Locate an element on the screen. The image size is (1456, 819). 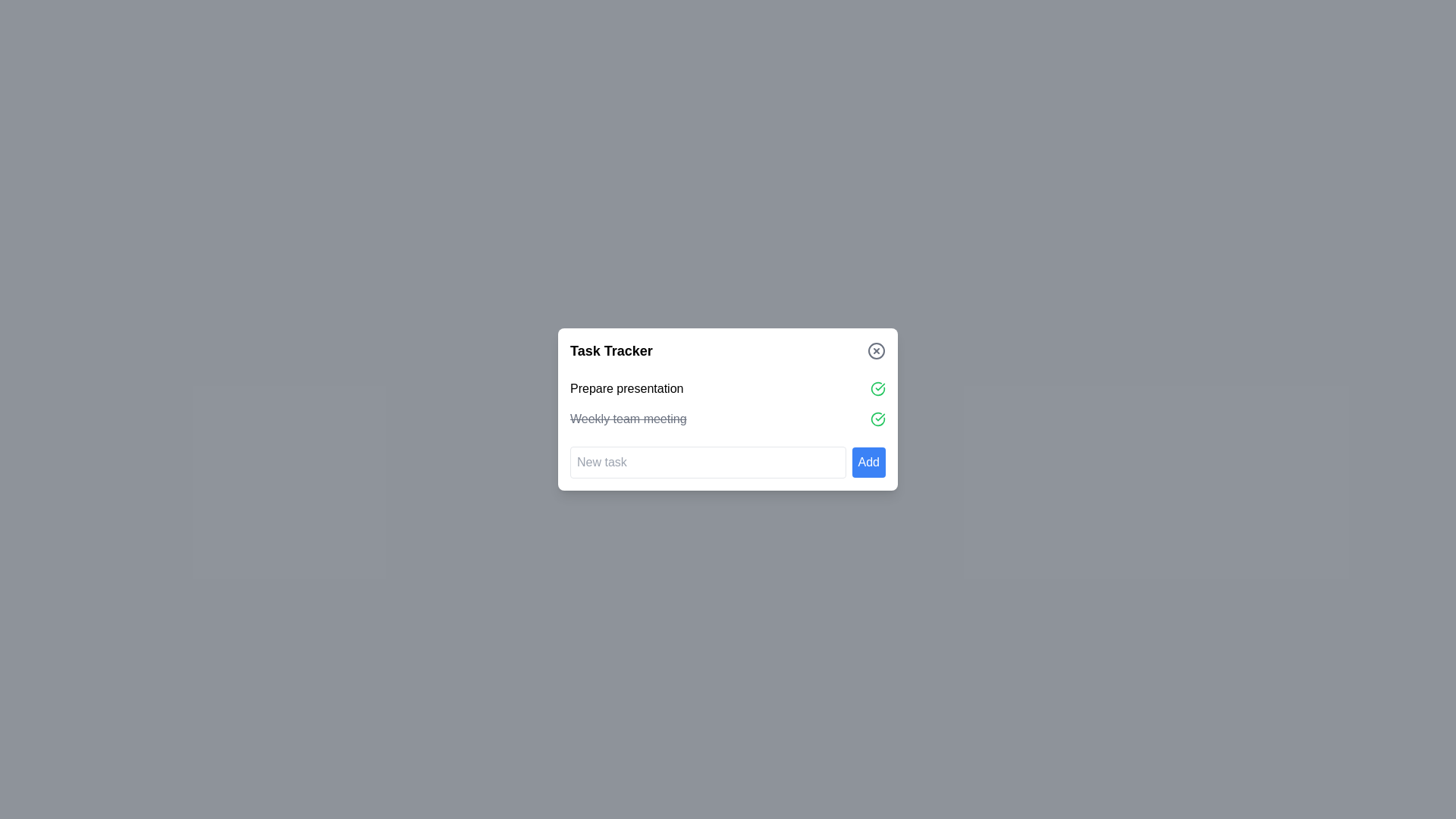
the Text (Heading) that serves as the title for the section, providing clarity on task management is located at coordinates (611, 350).